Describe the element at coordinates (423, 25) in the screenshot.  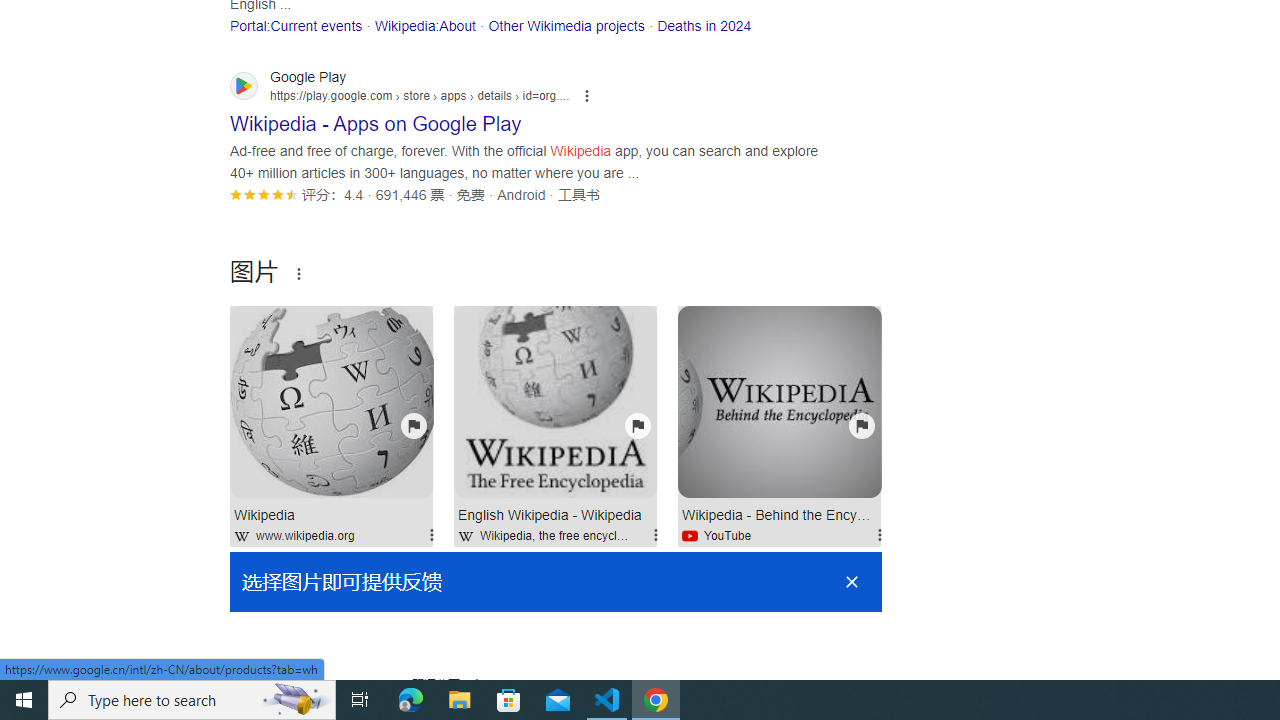
I see `'Wikipedia:About'` at that location.